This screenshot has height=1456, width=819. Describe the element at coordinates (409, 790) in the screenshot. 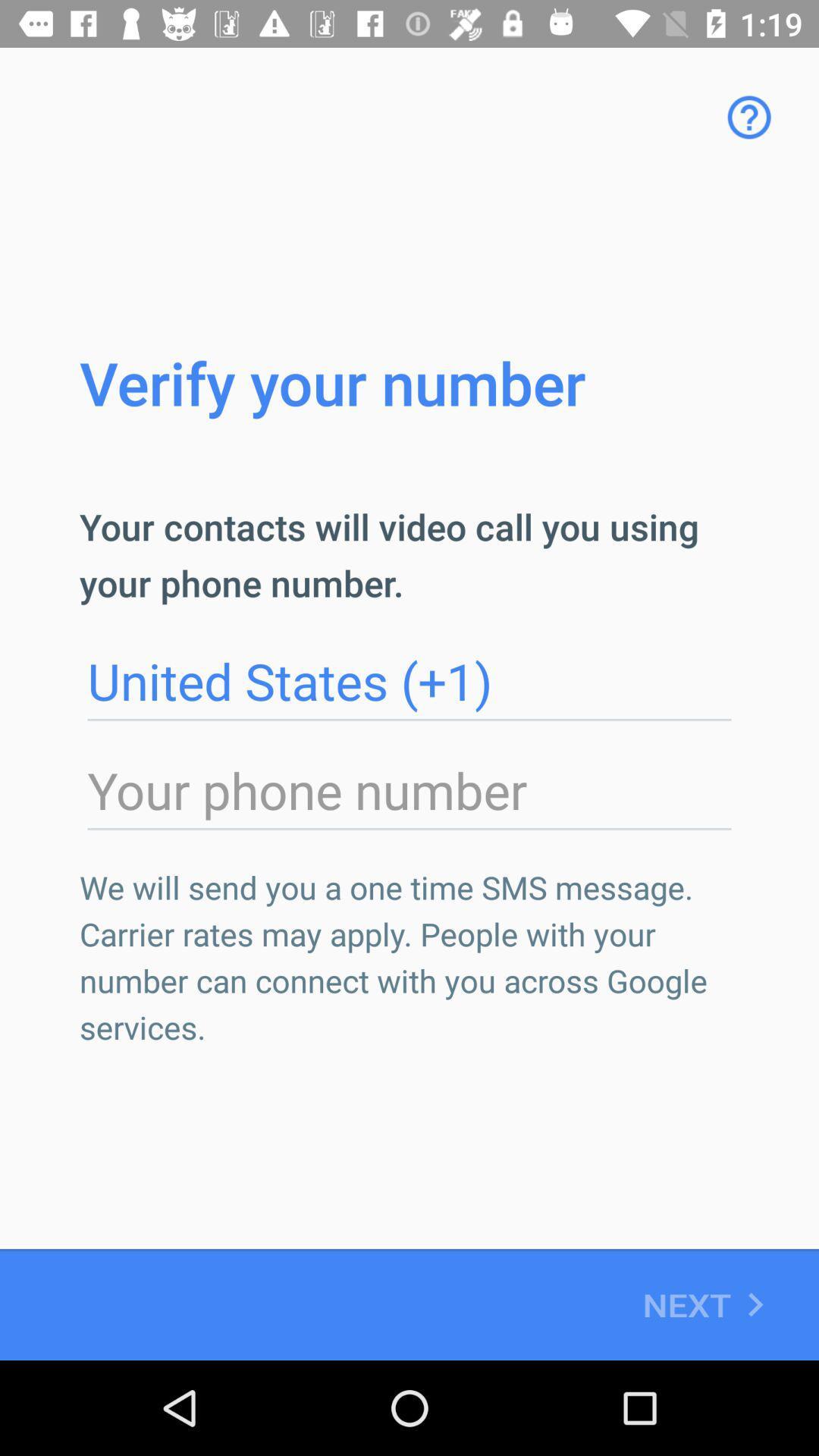

I see `or edit phone number` at that location.